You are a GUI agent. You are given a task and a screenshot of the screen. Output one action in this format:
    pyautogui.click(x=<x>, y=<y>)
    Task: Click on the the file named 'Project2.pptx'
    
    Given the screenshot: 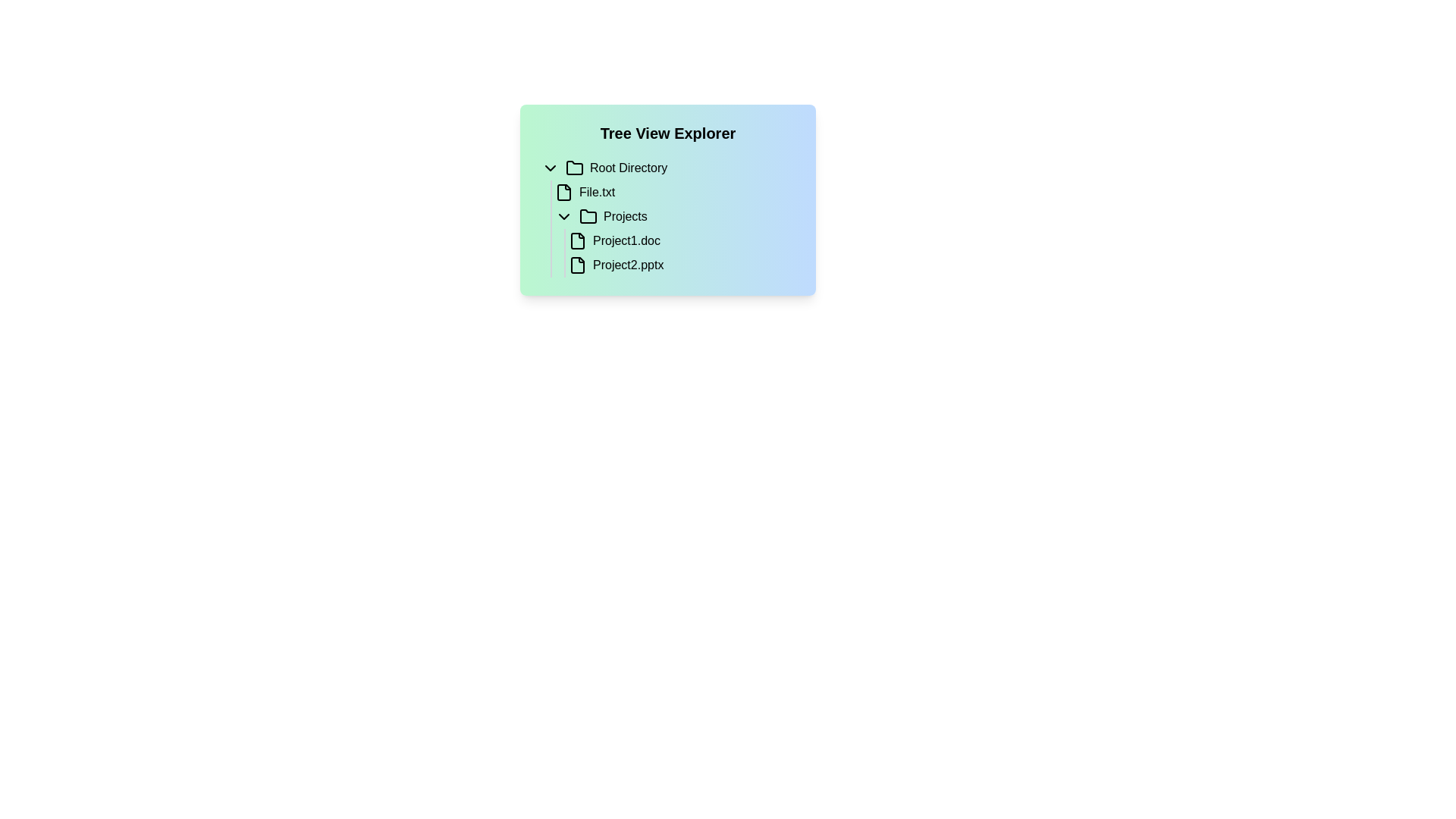 What is the action you would take?
    pyautogui.click(x=680, y=265)
    